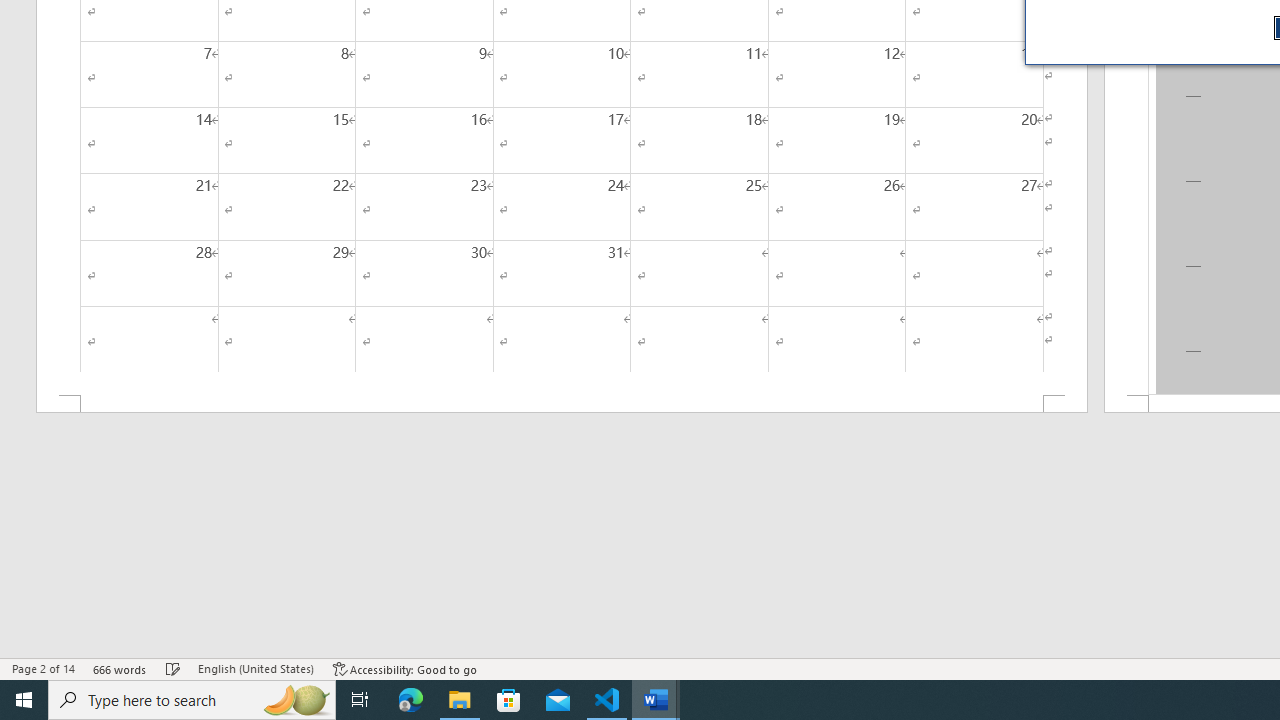  I want to click on 'Word - 2 running windows', so click(656, 698).